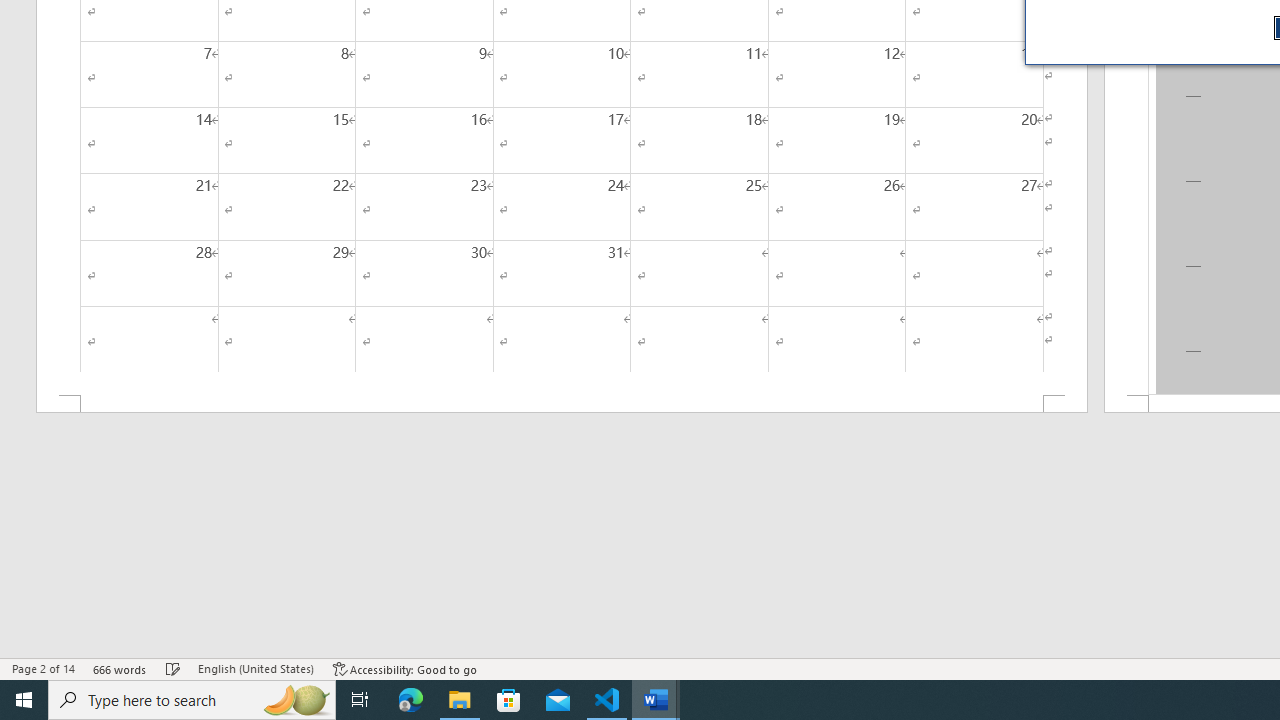  I want to click on 'Word - 2 running windows', so click(656, 698).